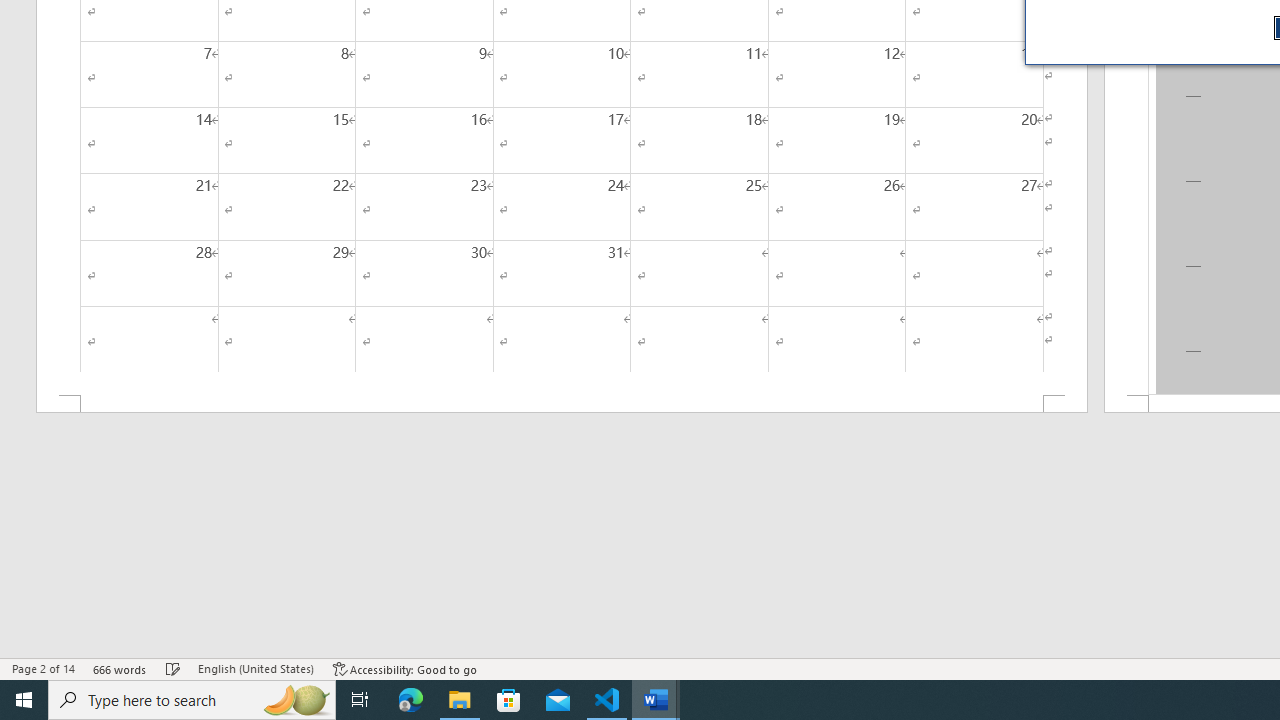  I want to click on 'Word - 2 running windows', so click(656, 698).